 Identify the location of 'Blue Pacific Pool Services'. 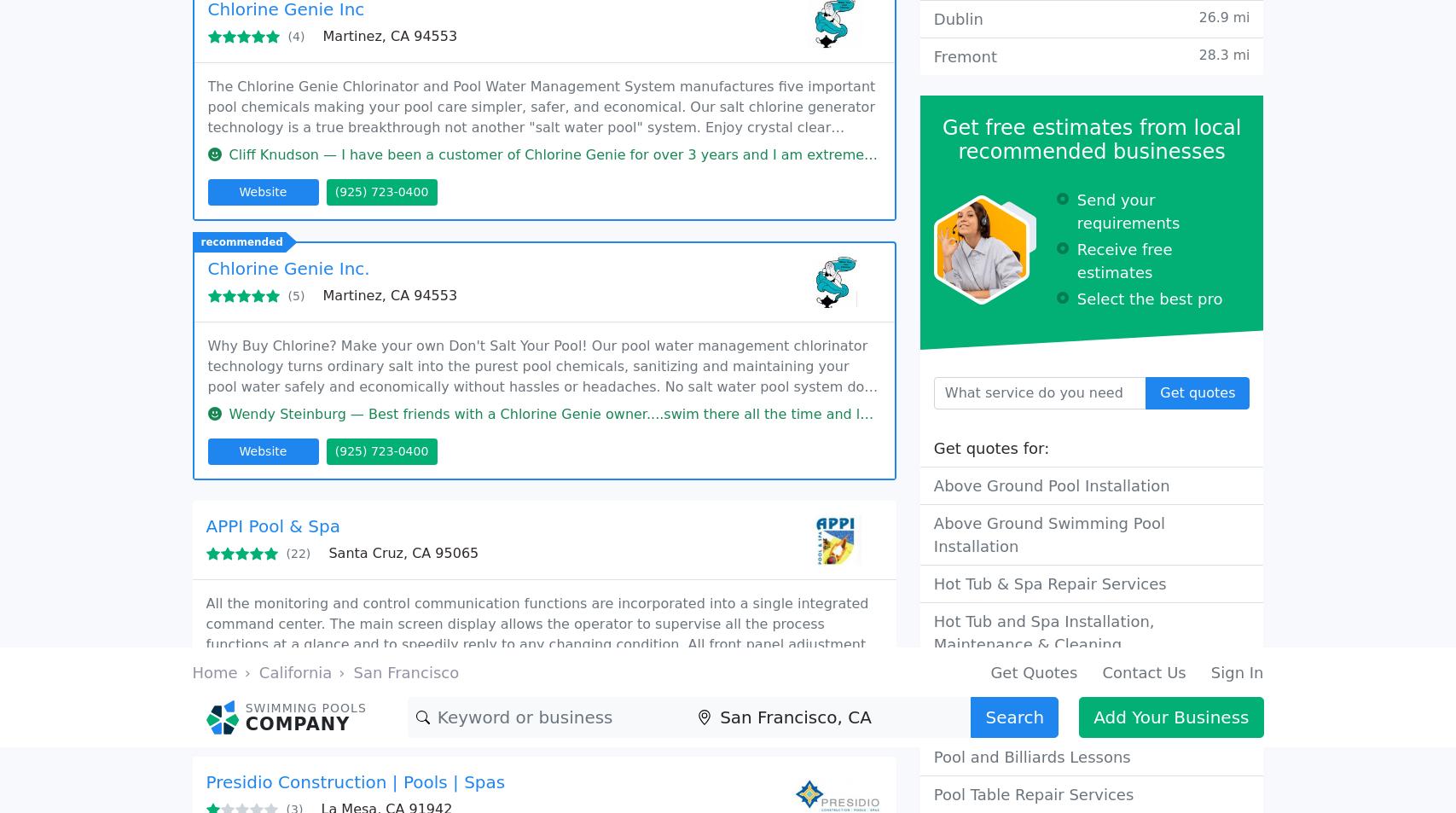
(313, 520).